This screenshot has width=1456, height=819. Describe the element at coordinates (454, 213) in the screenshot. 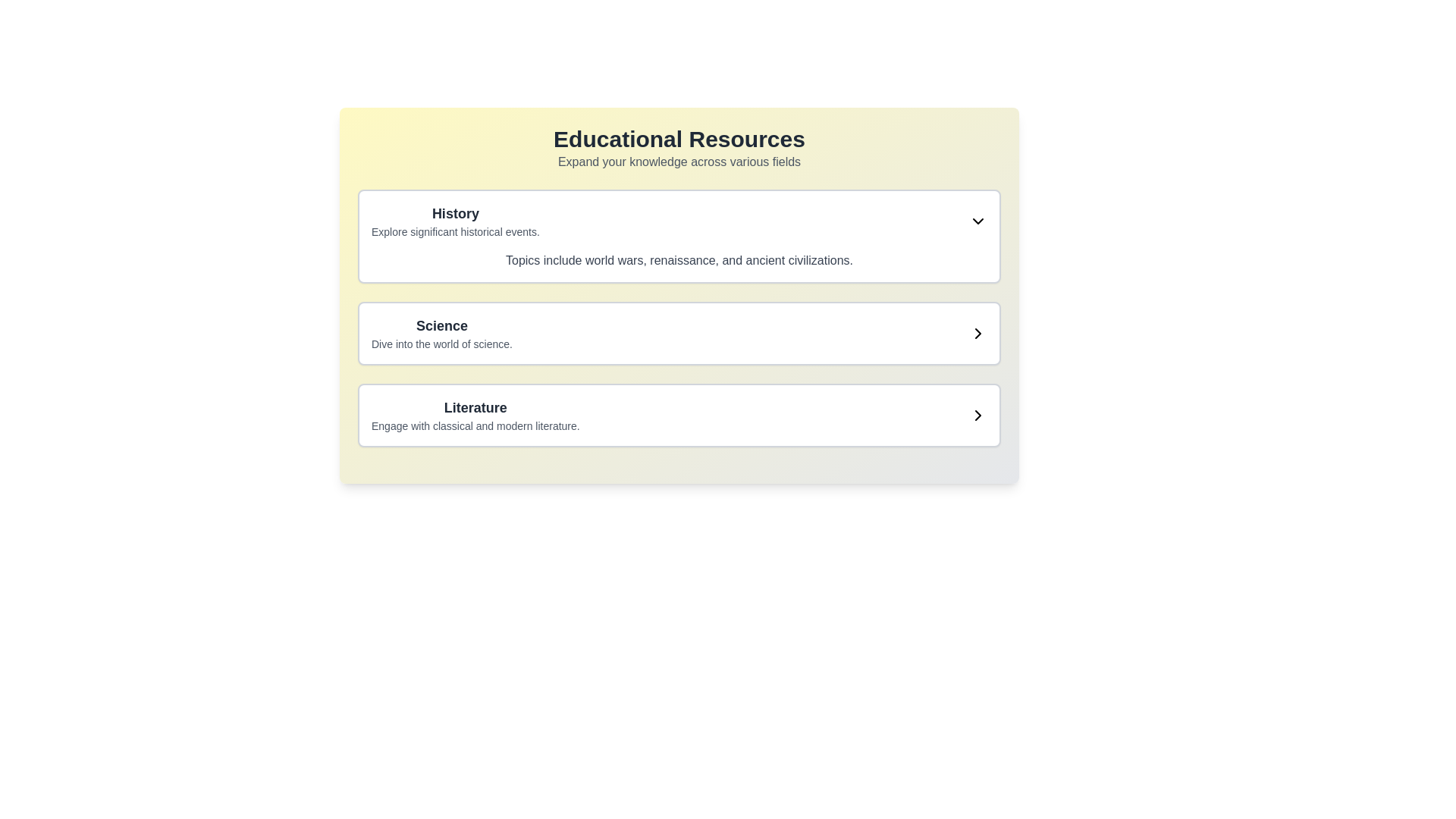

I see `the non-interactive text label indicating the content category 'History' located at the top of the first category box in the main content area` at that location.